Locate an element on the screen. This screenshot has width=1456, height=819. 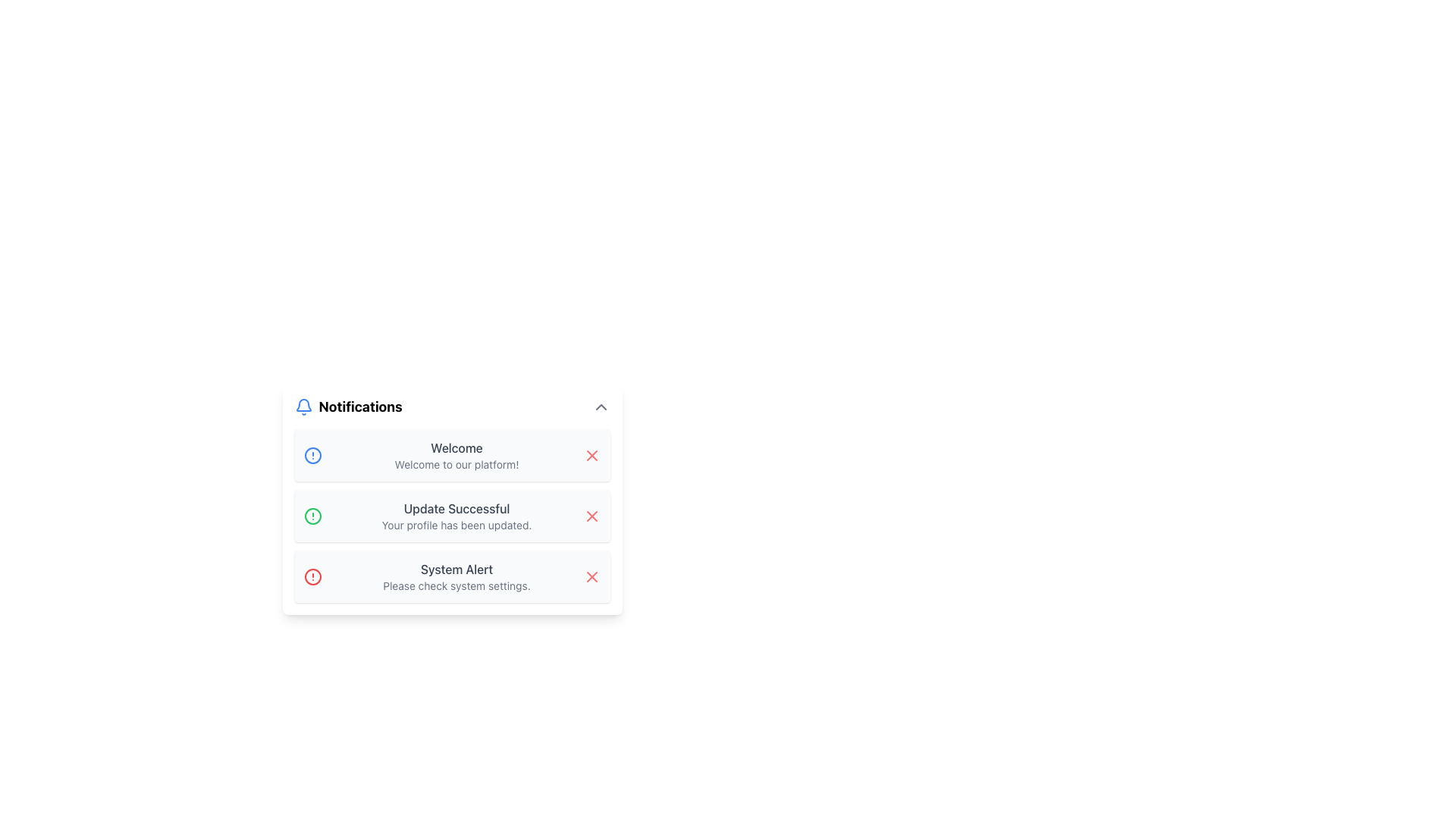
the close button located in the top-right corner of the 'Welcome' notification is located at coordinates (591, 455).